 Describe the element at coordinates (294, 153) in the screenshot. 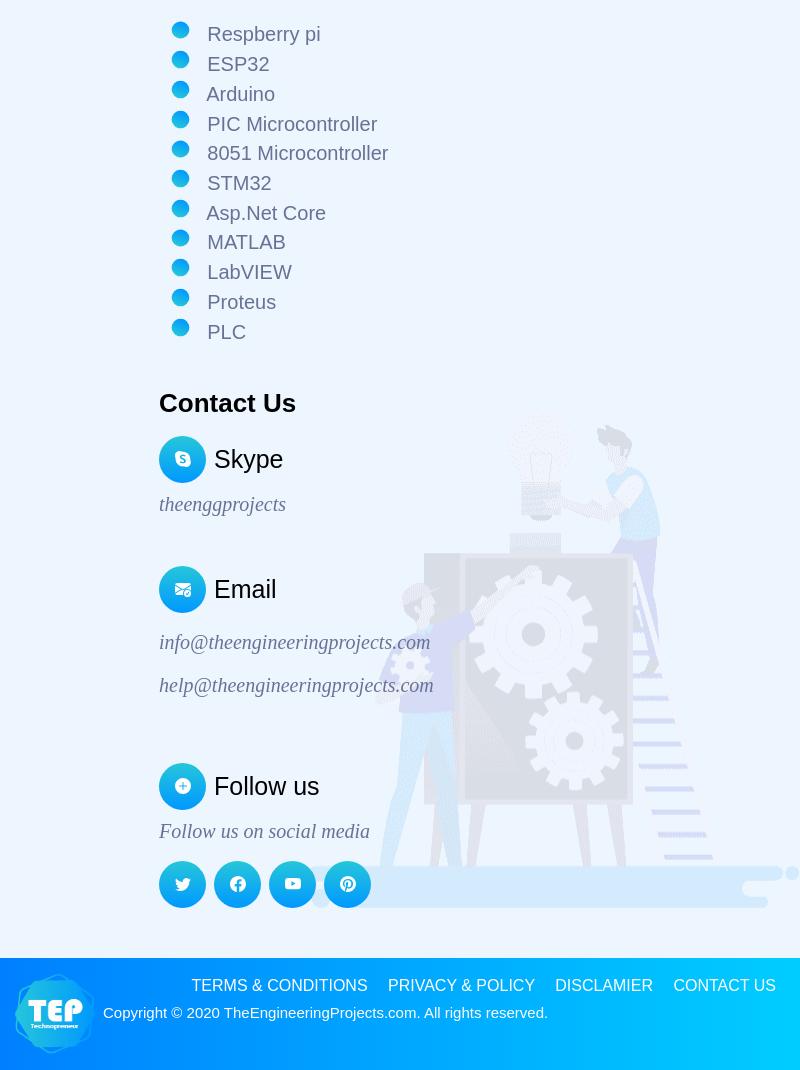

I see `'8051 Microcontroller'` at that location.